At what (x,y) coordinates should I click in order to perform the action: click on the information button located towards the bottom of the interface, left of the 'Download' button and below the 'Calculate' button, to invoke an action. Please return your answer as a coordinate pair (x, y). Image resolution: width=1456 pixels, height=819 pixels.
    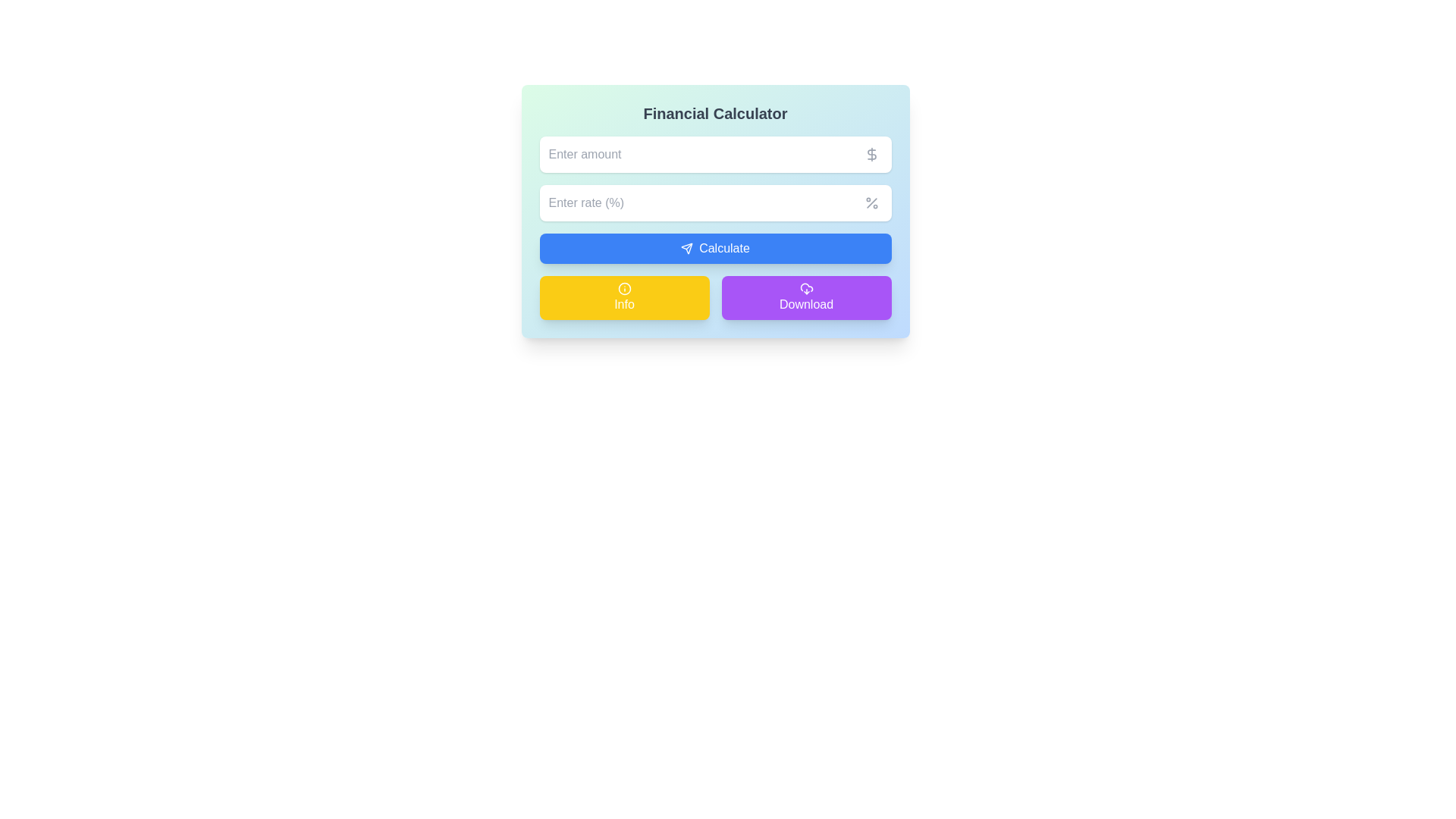
    Looking at the image, I should click on (624, 298).